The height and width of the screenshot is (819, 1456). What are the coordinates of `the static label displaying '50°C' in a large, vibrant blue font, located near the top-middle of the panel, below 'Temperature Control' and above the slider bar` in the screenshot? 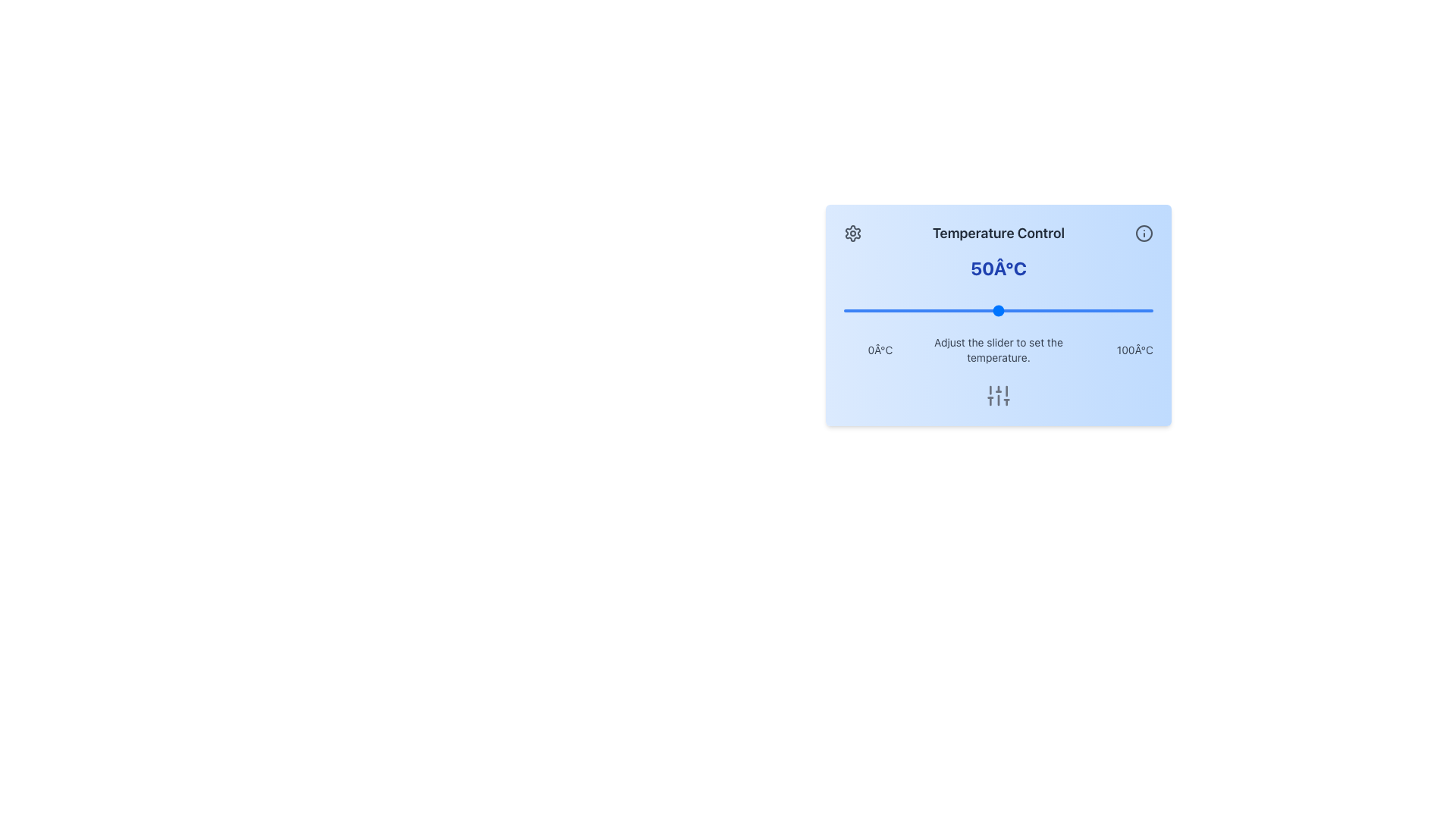 It's located at (998, 268).